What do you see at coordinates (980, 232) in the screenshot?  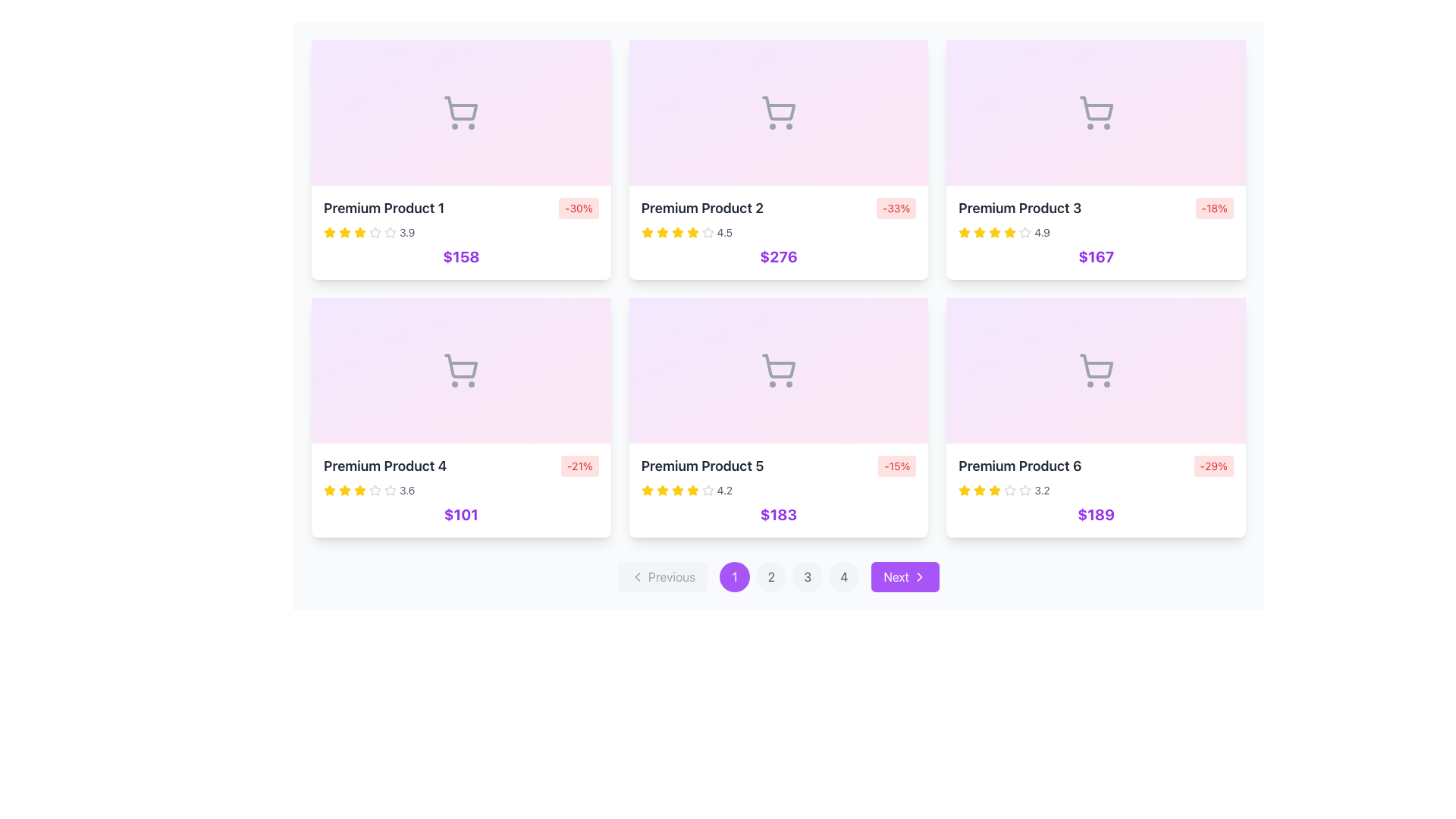 I see `the third star icon in the rating row for 'Premium Product 3' to get details about the rating` at bounding box center [980, 232].